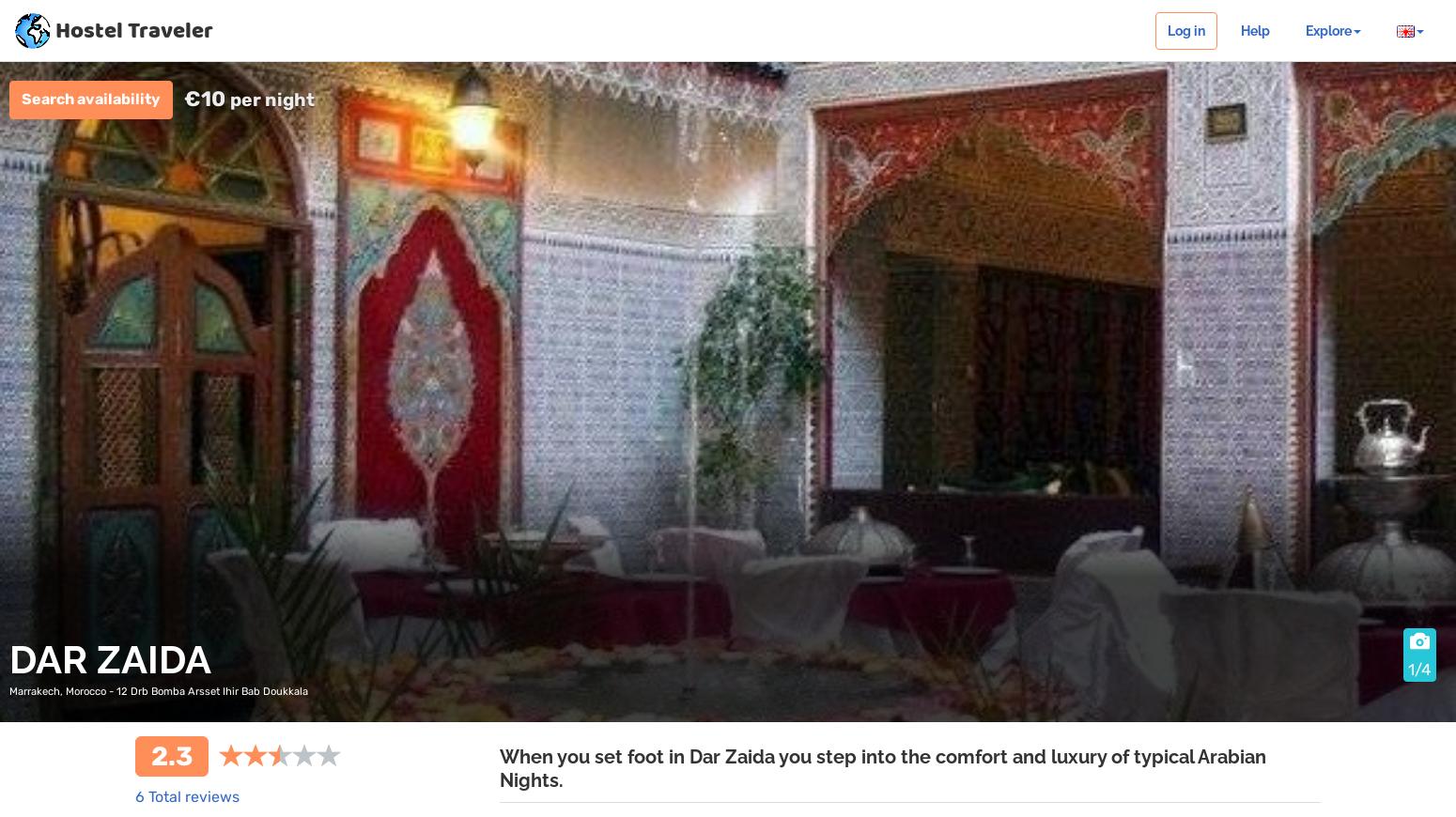 The width and height of the screenshot is (1456, 817). What do you see at coordinates (91, 98) in the screenshot?
I see `'Search availability'` at bounding box center [91, 98].